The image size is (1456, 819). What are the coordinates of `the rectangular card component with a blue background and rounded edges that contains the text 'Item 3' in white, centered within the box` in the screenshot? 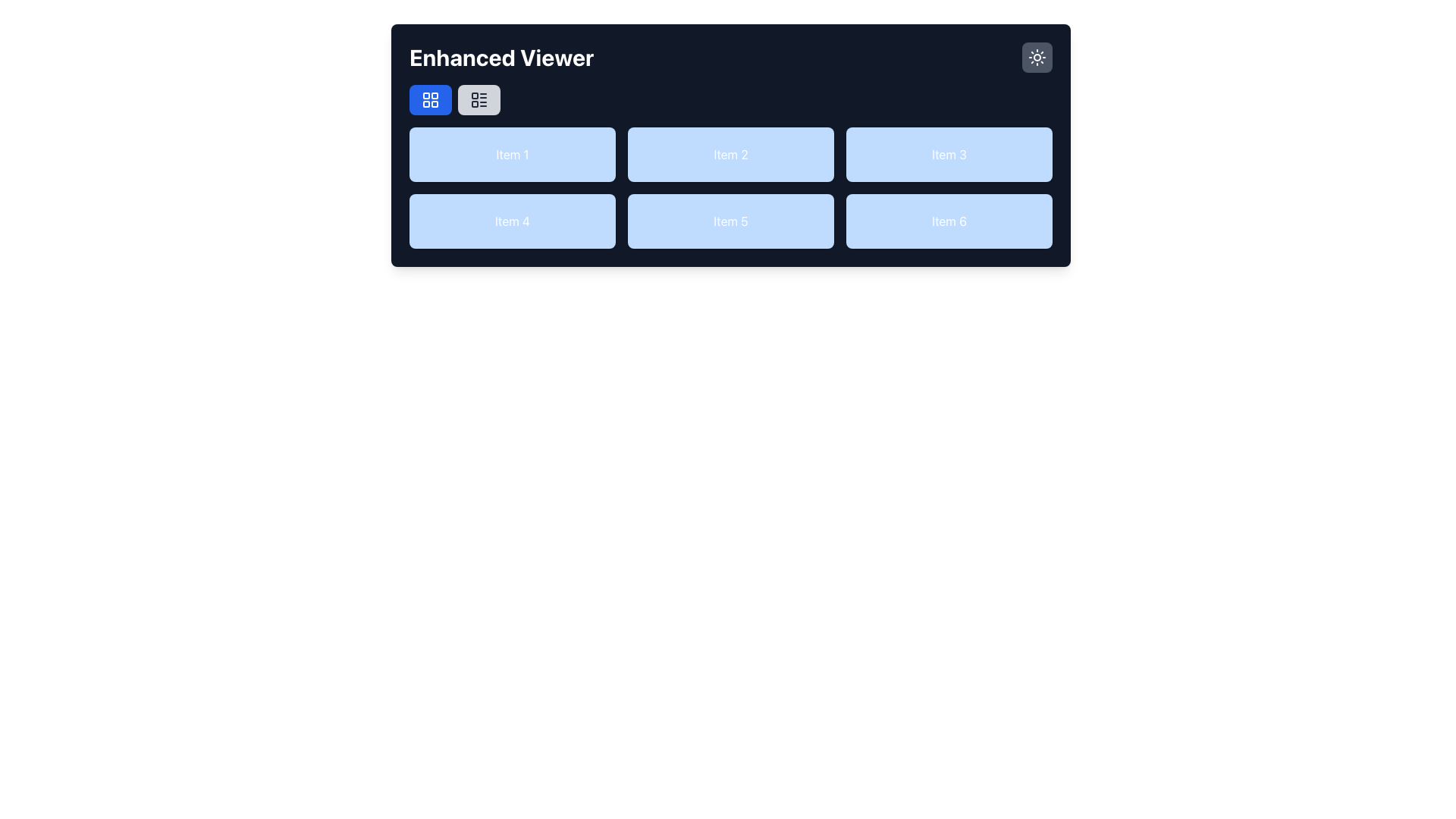 It's located at (949, 155).